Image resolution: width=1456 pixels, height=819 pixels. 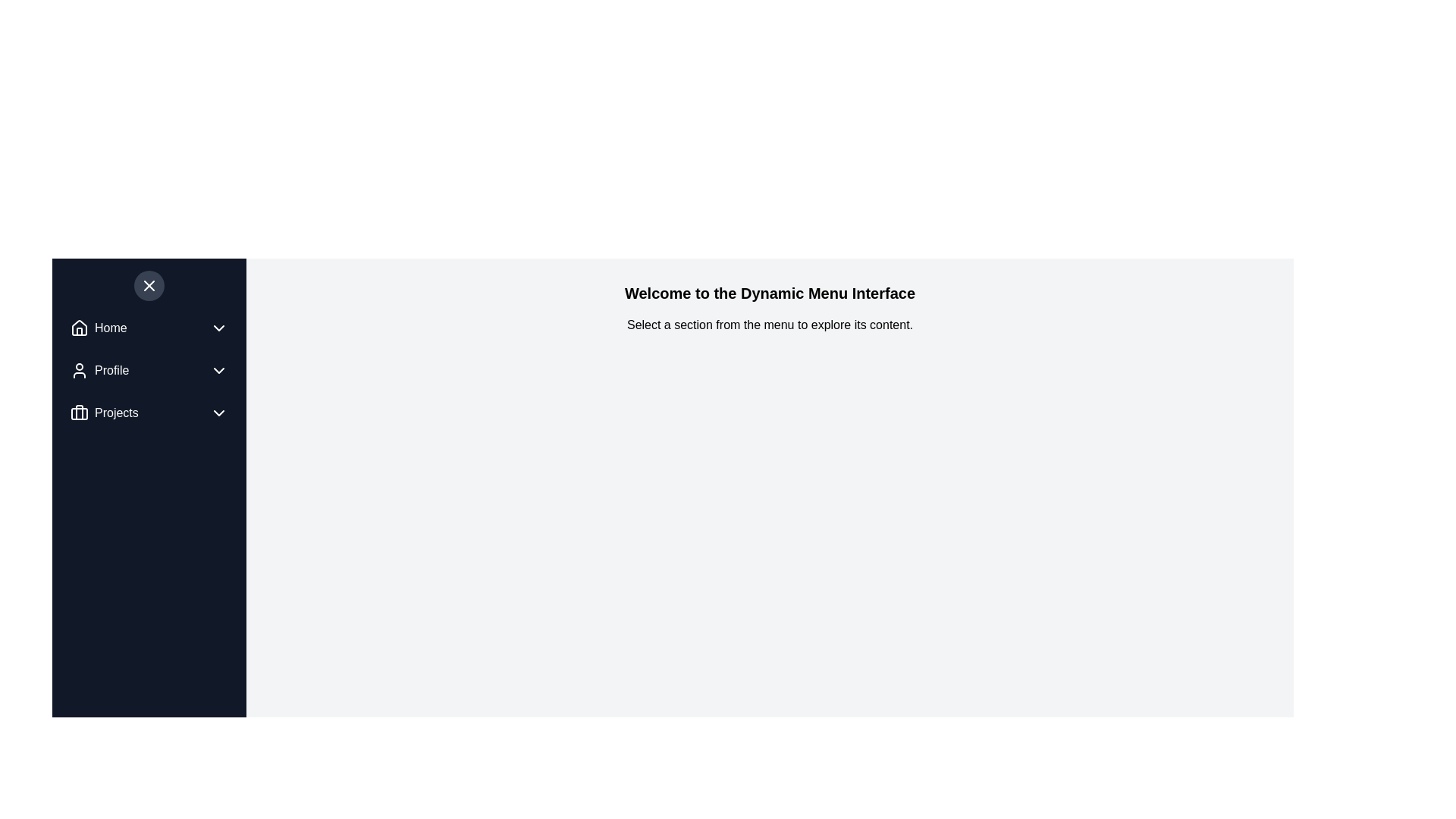 I want to click on the door icon of the house in the left sidebar which represents the 'Home' menu item, so click(x=79, y=331).